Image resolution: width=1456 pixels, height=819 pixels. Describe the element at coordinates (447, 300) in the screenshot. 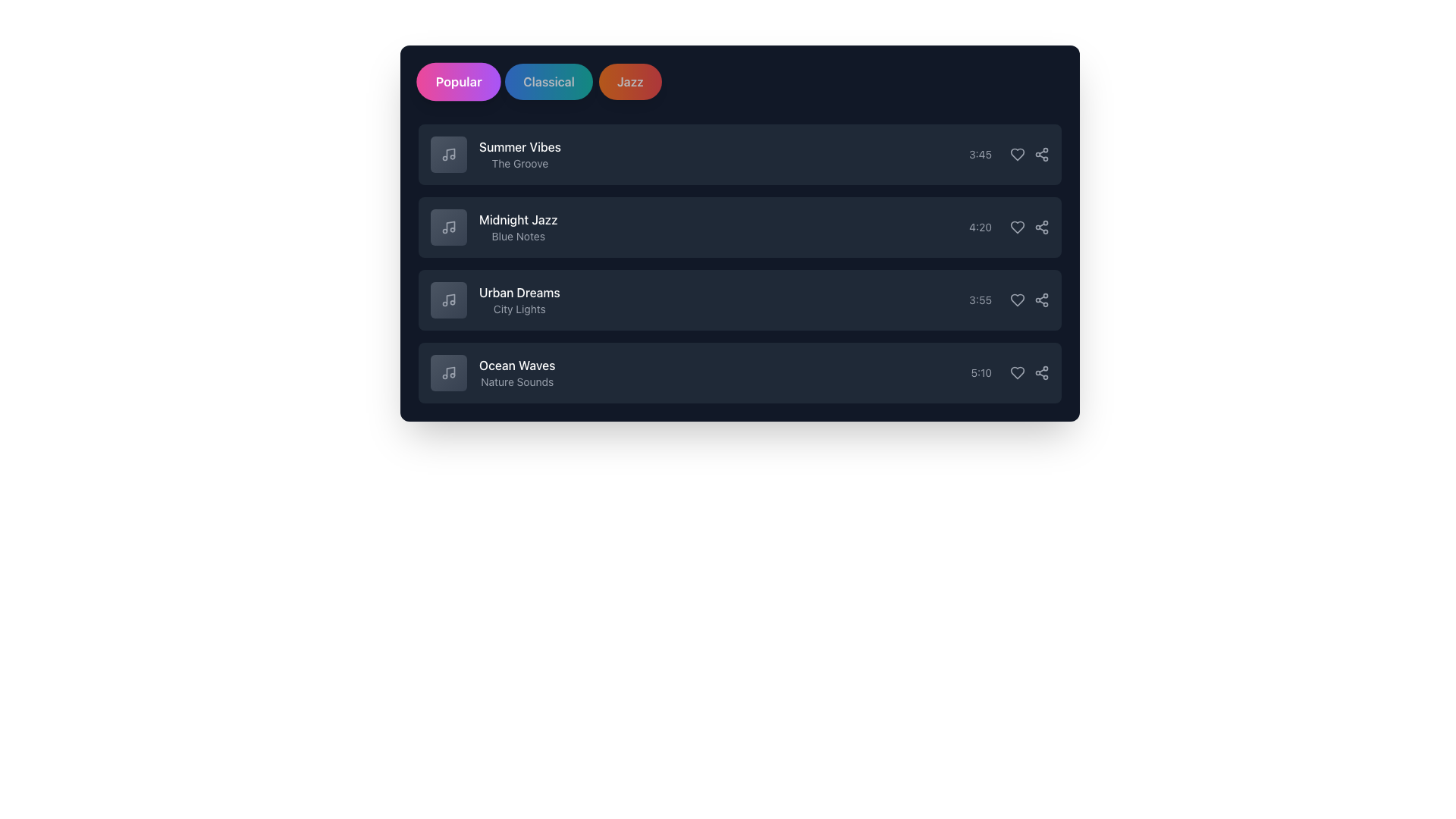

I see `the music-related icon located to the left of the third list item labeled 'Urban Dreams'` at that location.